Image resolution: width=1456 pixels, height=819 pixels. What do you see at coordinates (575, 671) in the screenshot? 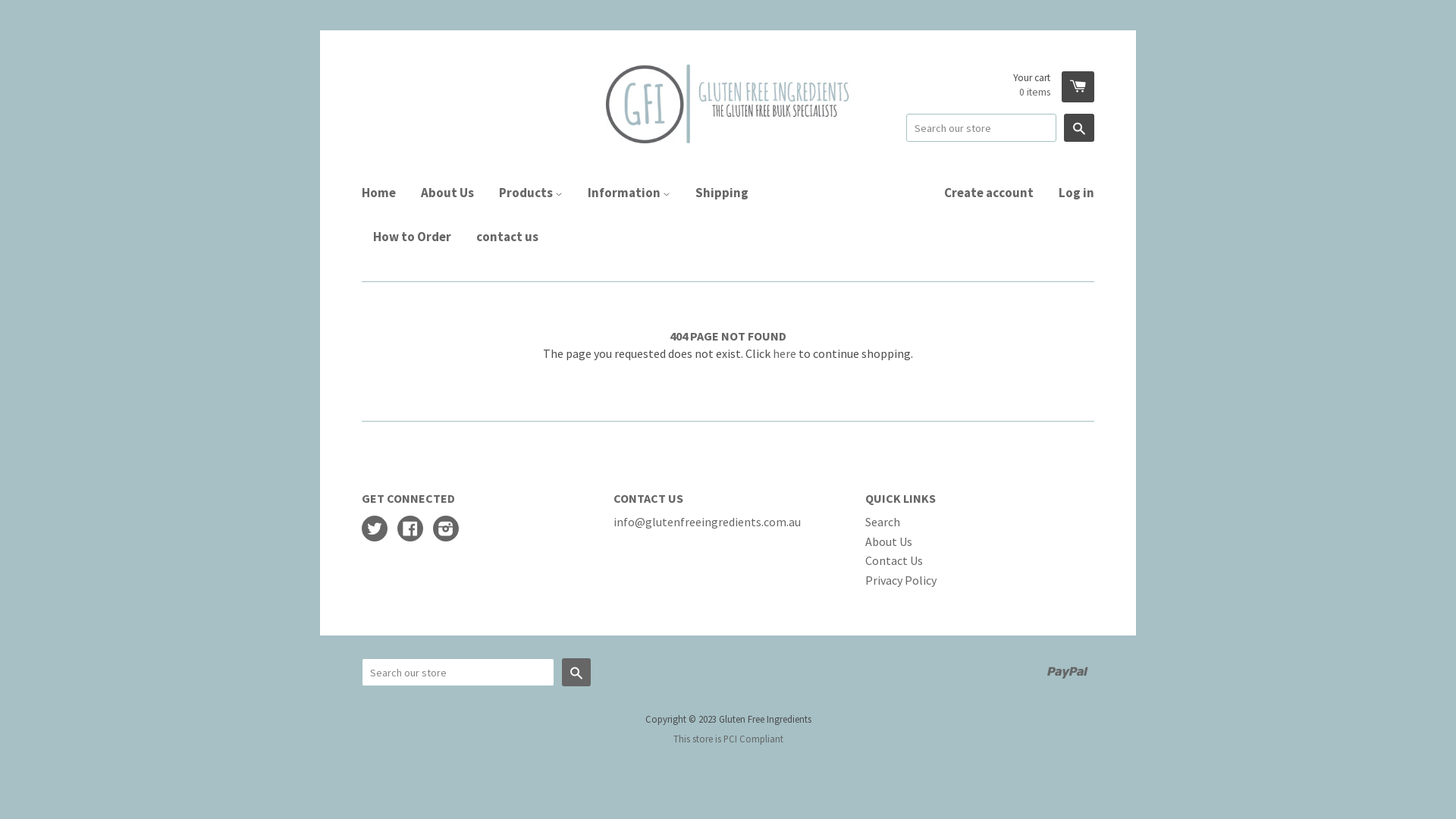
I see `'Search'` at bounding box center [575, 671].